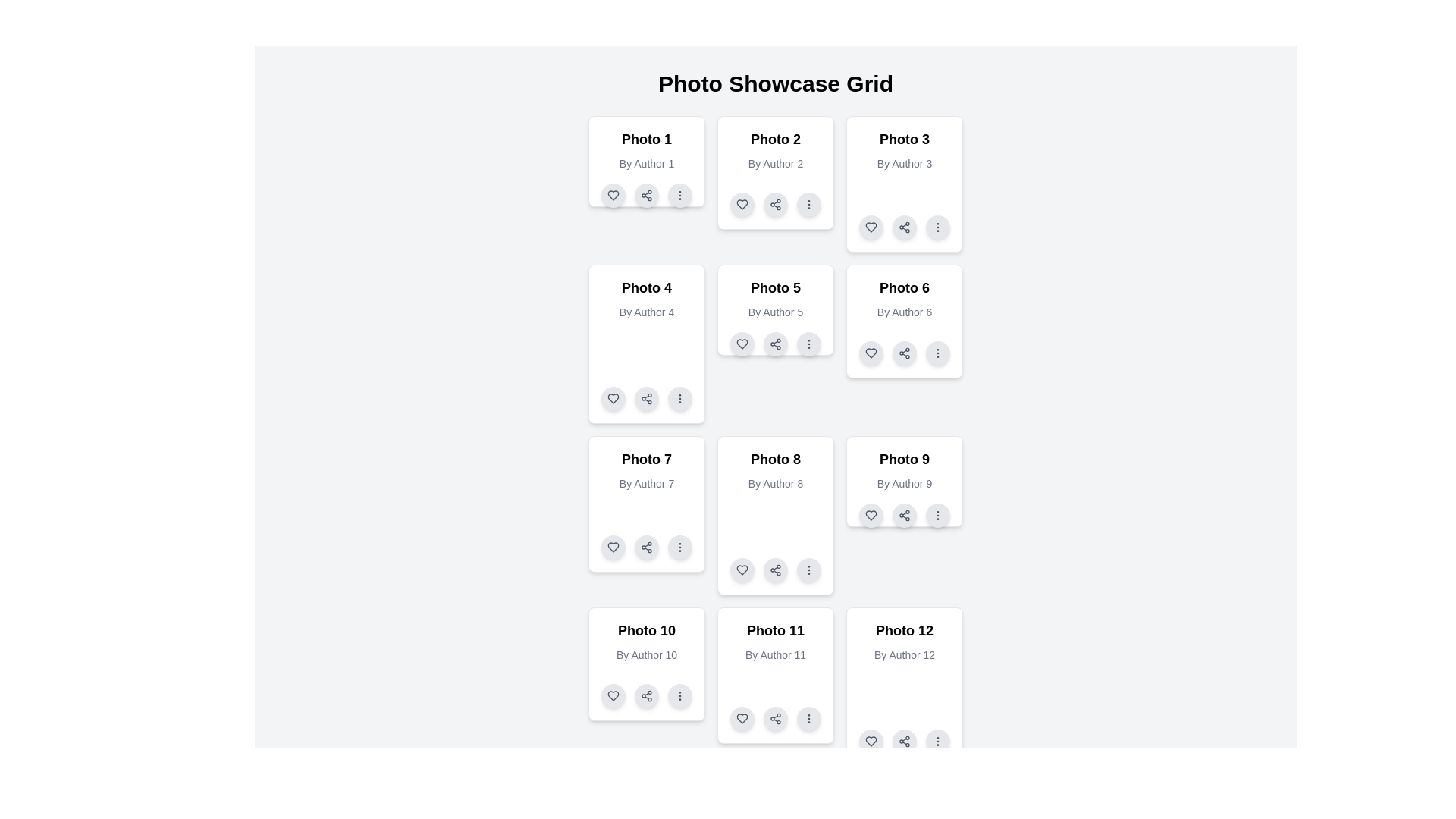 The height and width of the screenshot is (819, 1456). What do you see at coordinates (613, 547) in the screenshot?
I see `the heart icon, which is a gray outline icon located in the control panel of the seventh photo card, to like the associated photo` at bounding box center [613, 547].